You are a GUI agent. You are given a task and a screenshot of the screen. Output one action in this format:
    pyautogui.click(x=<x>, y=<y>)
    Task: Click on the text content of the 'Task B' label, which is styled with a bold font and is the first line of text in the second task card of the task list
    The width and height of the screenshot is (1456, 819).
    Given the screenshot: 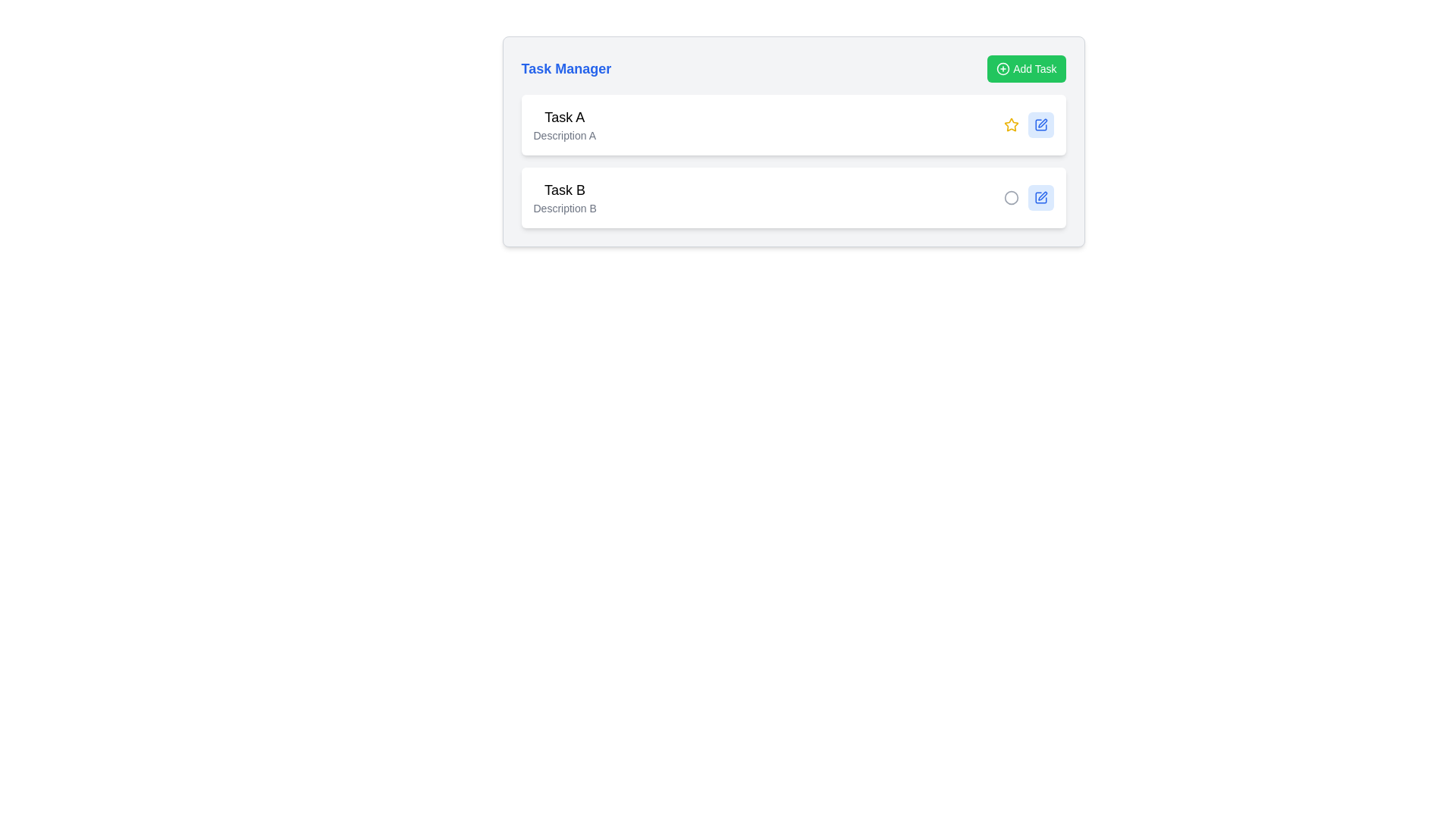 What is the action you would take?
    pyautogui.click(x=564, y=189)
    